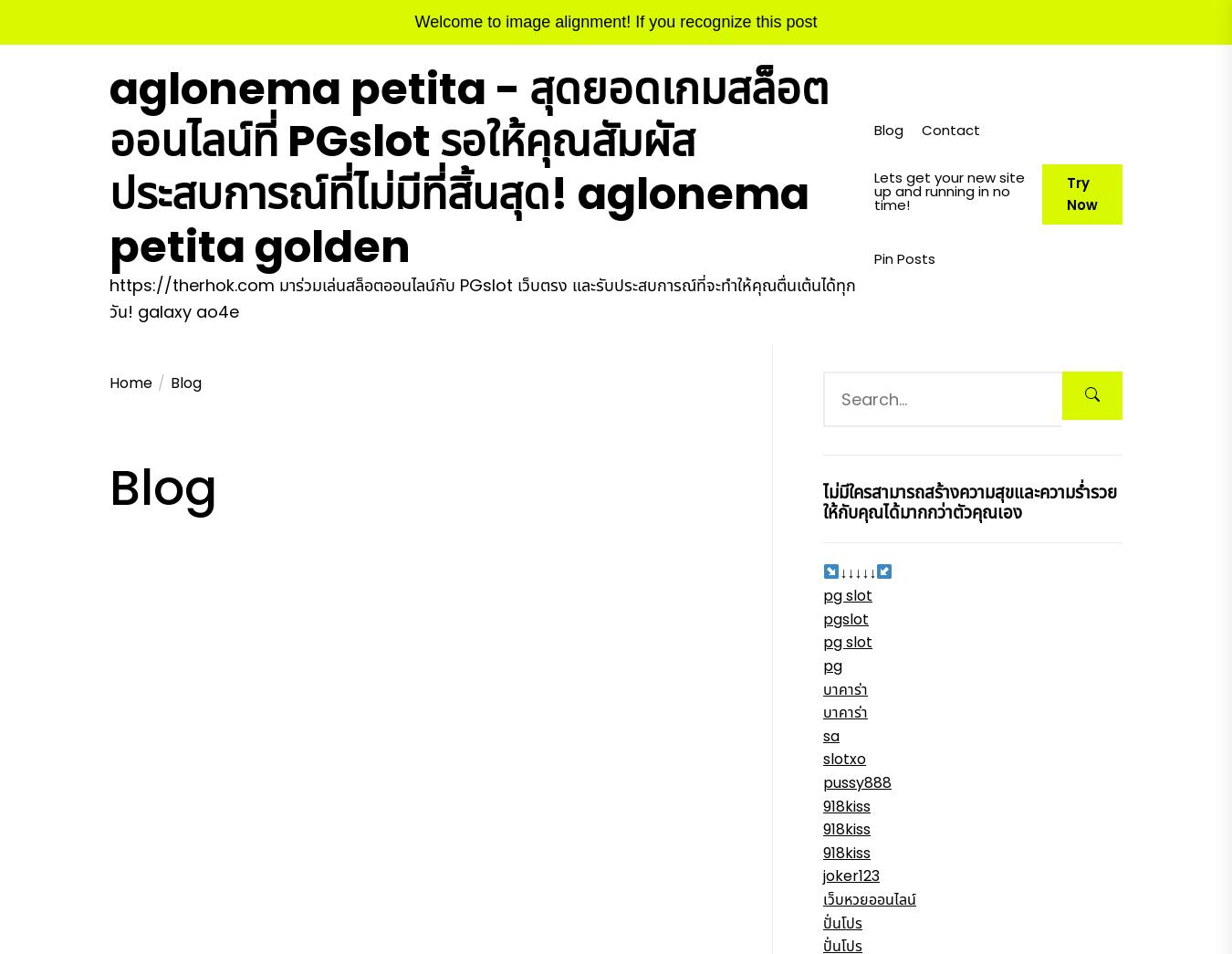 This screenshot has width=1232, height=954. Describe the element at coordinates (850, 875) in the screenshot. I see `'joker123'` at that location.